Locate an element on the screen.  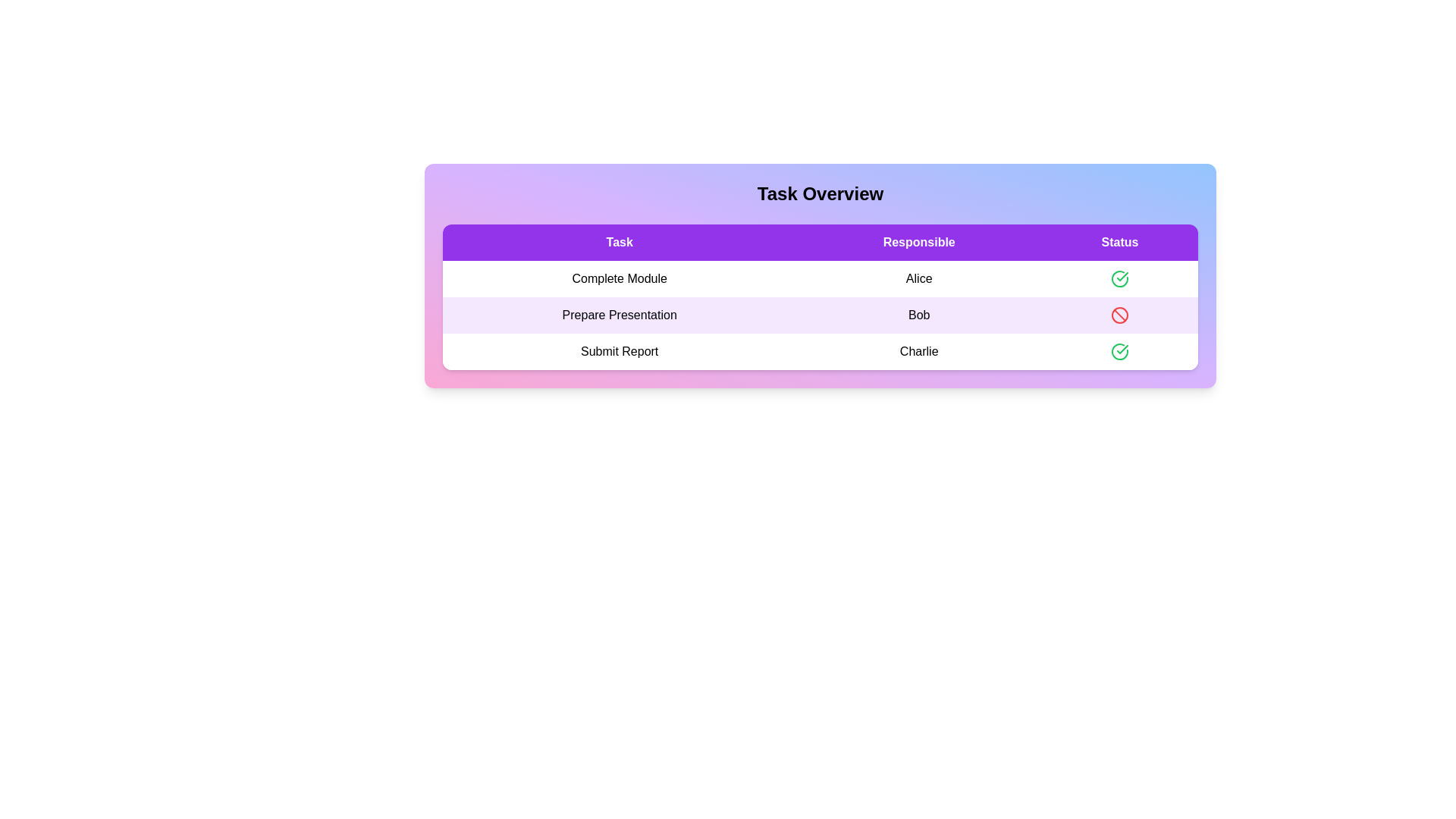
the negative status icon located in the 'Status' column of the second row under the 'Prepare Presentation' task, indicating that the task is not allowed or has failed is located at coordinates (1120, 315).